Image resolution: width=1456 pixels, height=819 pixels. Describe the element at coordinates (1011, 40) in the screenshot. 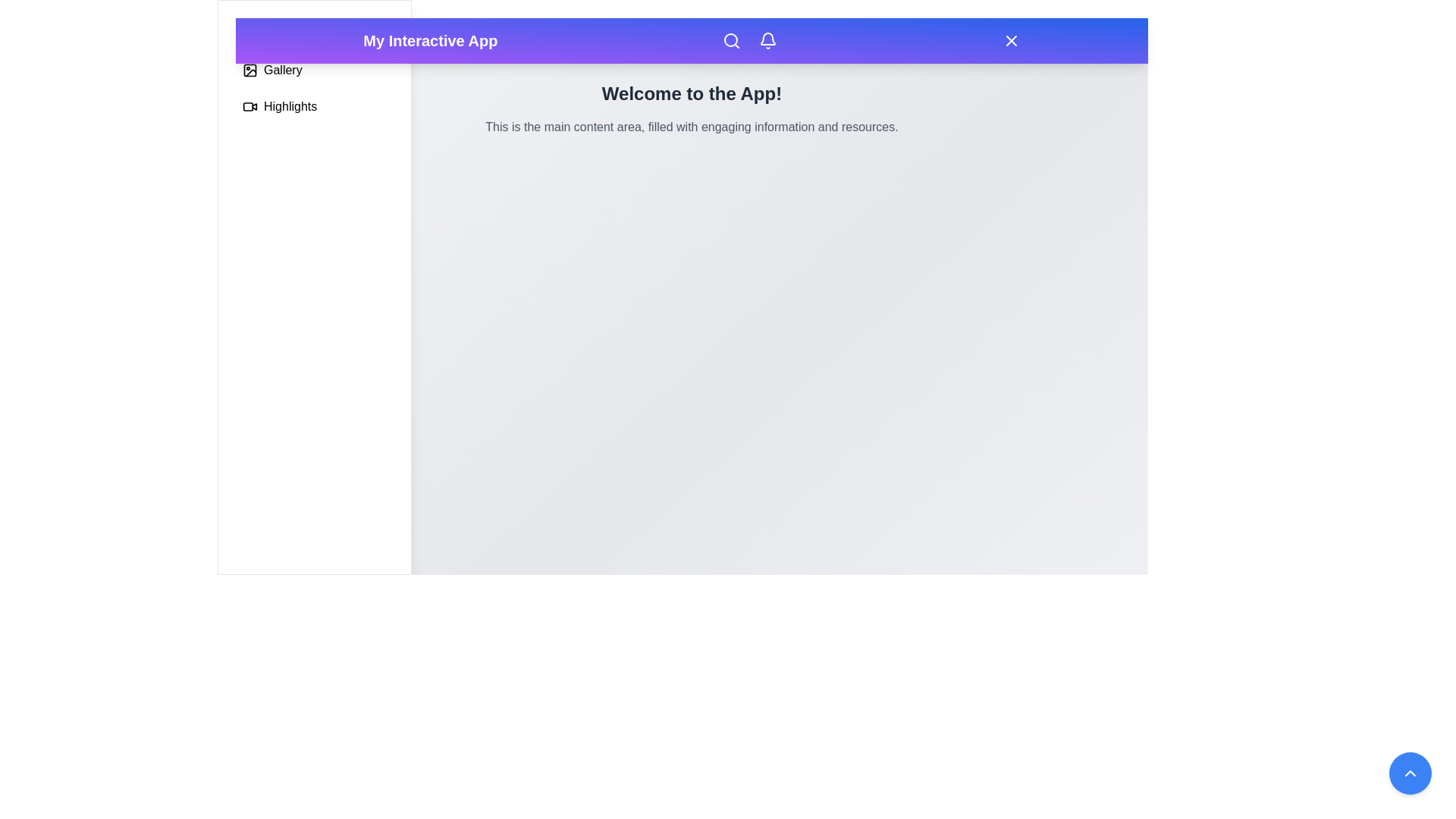

I see `the close icon (SVG) located on the right side of the top navigation bar` at that location.